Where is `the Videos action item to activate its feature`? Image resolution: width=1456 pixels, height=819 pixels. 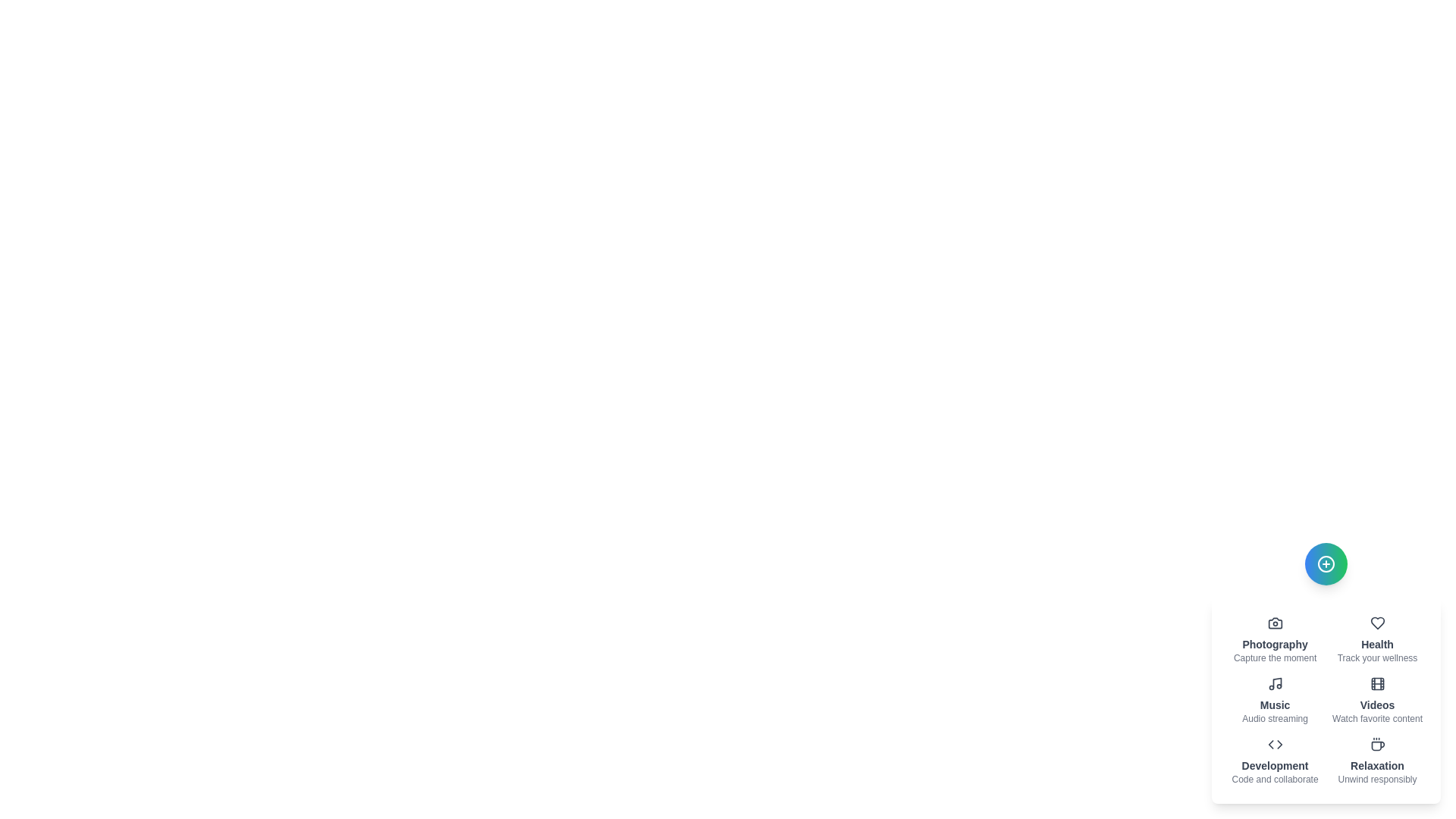 the Videos action item to activate its feature is located at coordinates (1377, 701).